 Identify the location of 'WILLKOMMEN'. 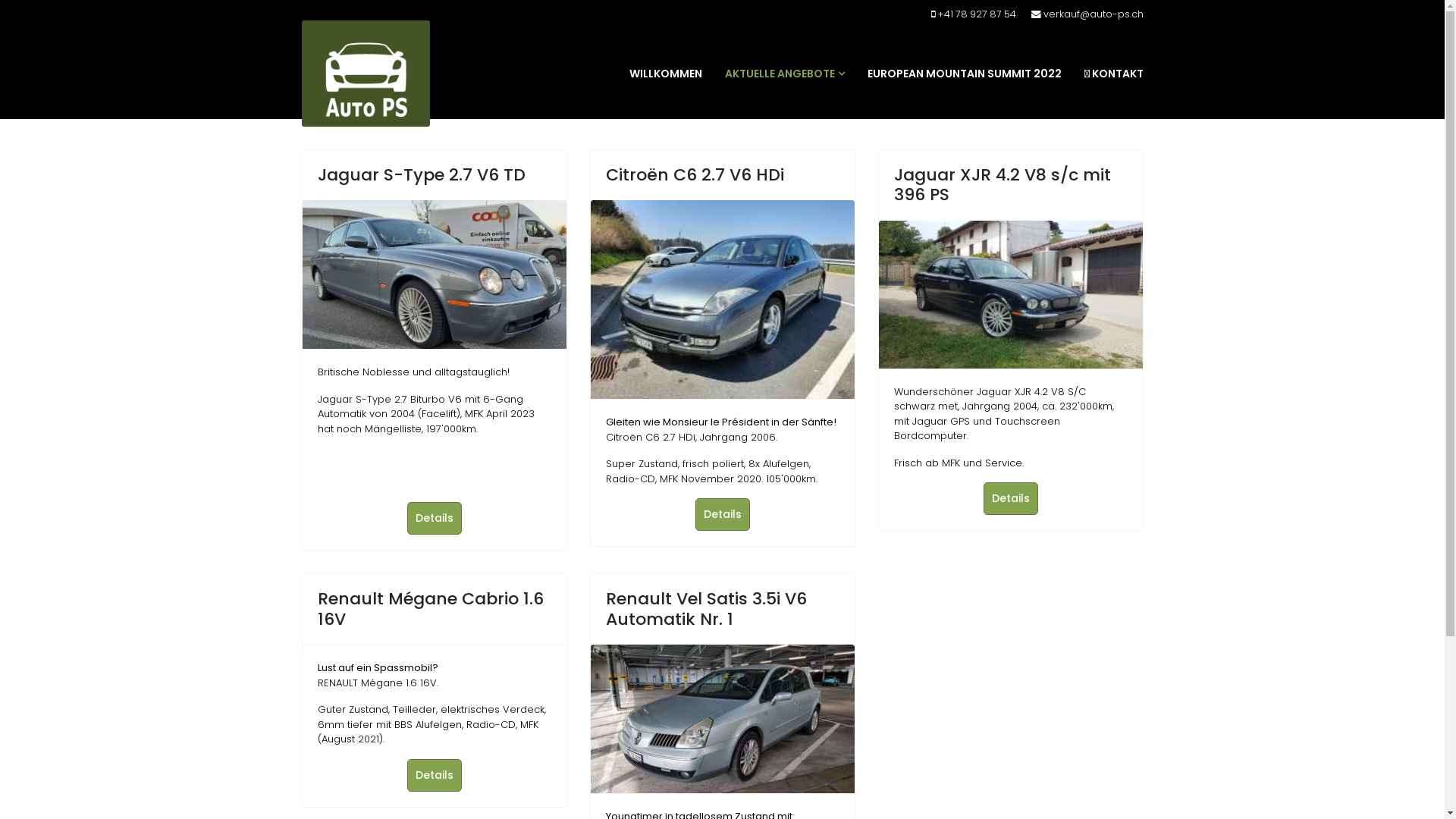
(665, 73).